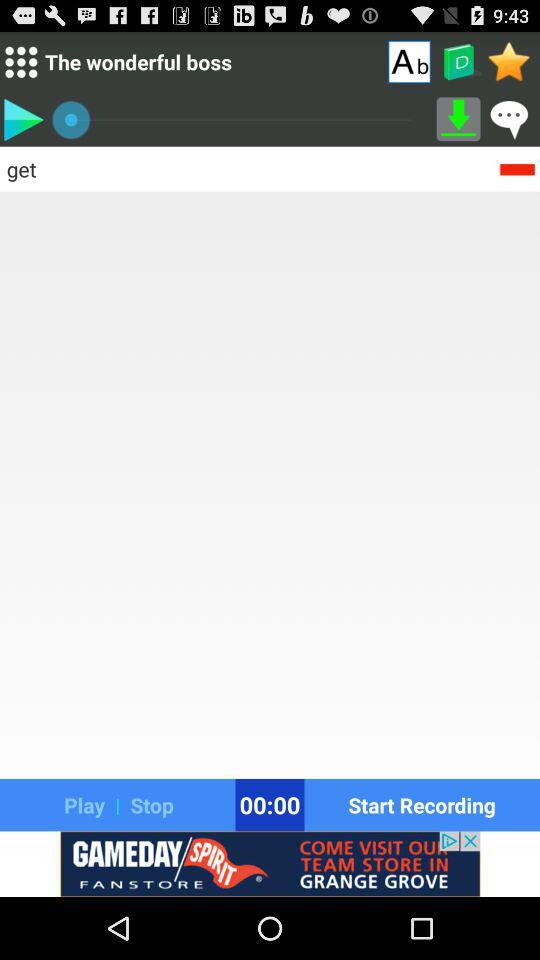 The height and width of the screenshot is (960, 540). Describe the element at coordinates (458, 126) in the screenshot. I see `the file_download icon` at that location.